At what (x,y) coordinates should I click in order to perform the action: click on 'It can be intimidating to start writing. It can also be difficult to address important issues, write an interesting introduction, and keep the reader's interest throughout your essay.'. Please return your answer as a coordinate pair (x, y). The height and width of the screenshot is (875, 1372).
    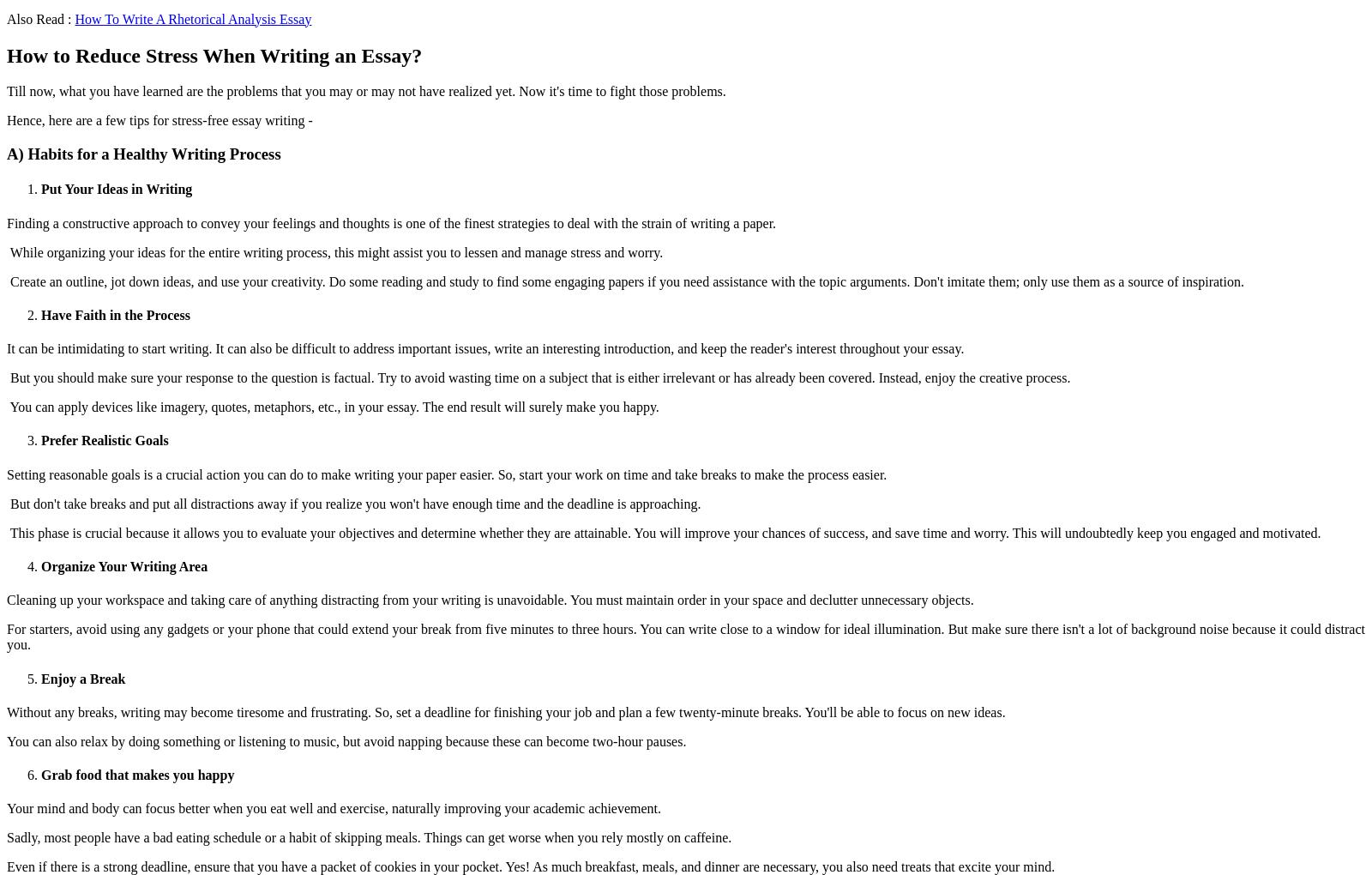
    Looking at the image, I should click on (486, 348).